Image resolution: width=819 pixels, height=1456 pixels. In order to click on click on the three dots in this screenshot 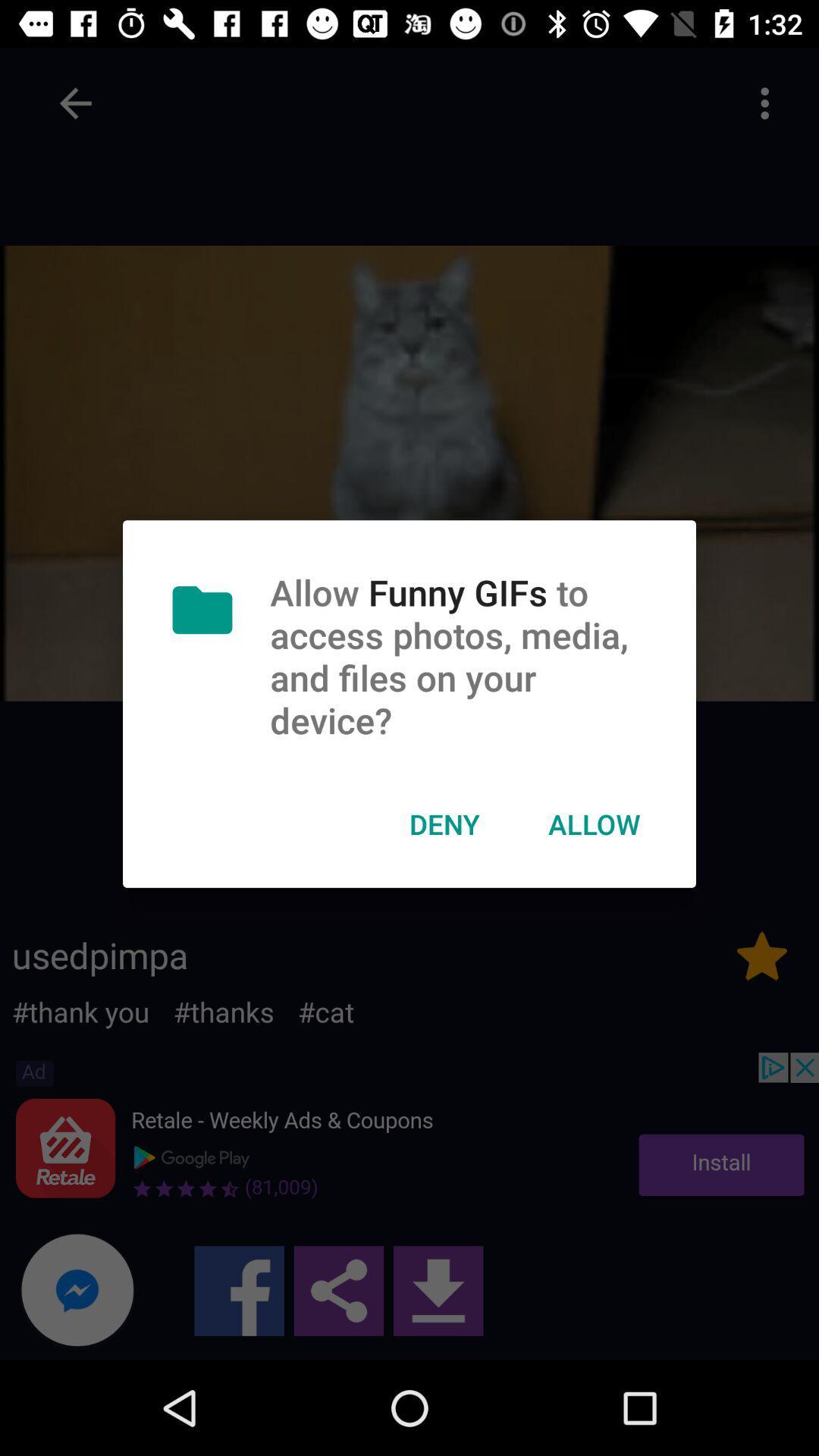, I will do `click(764, 102)`.